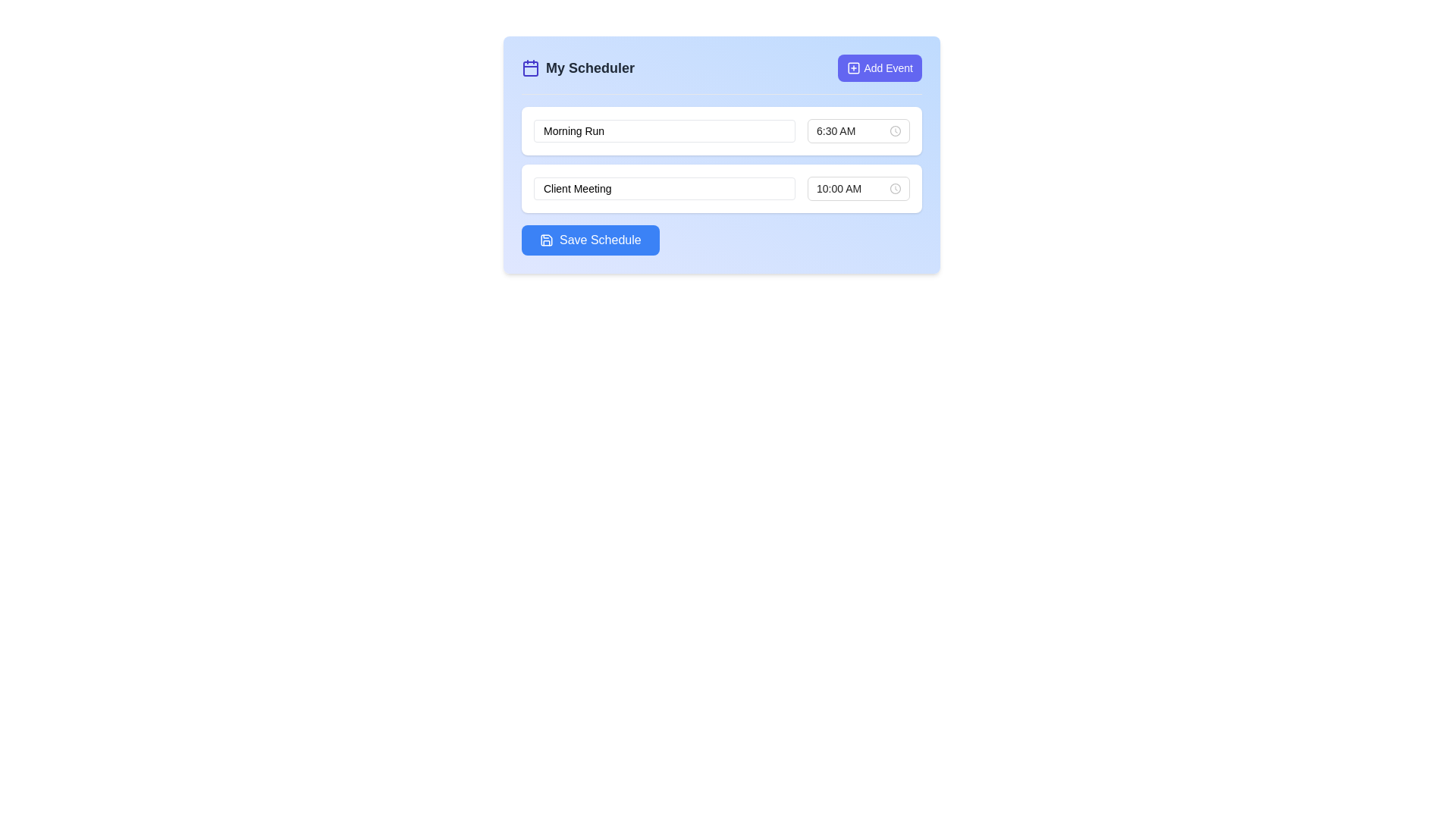 The image size is (1456, 819). What do you see at coordinates (880, 67) in the screenshot?
I see `the button located` at bounding box center [880, 67].